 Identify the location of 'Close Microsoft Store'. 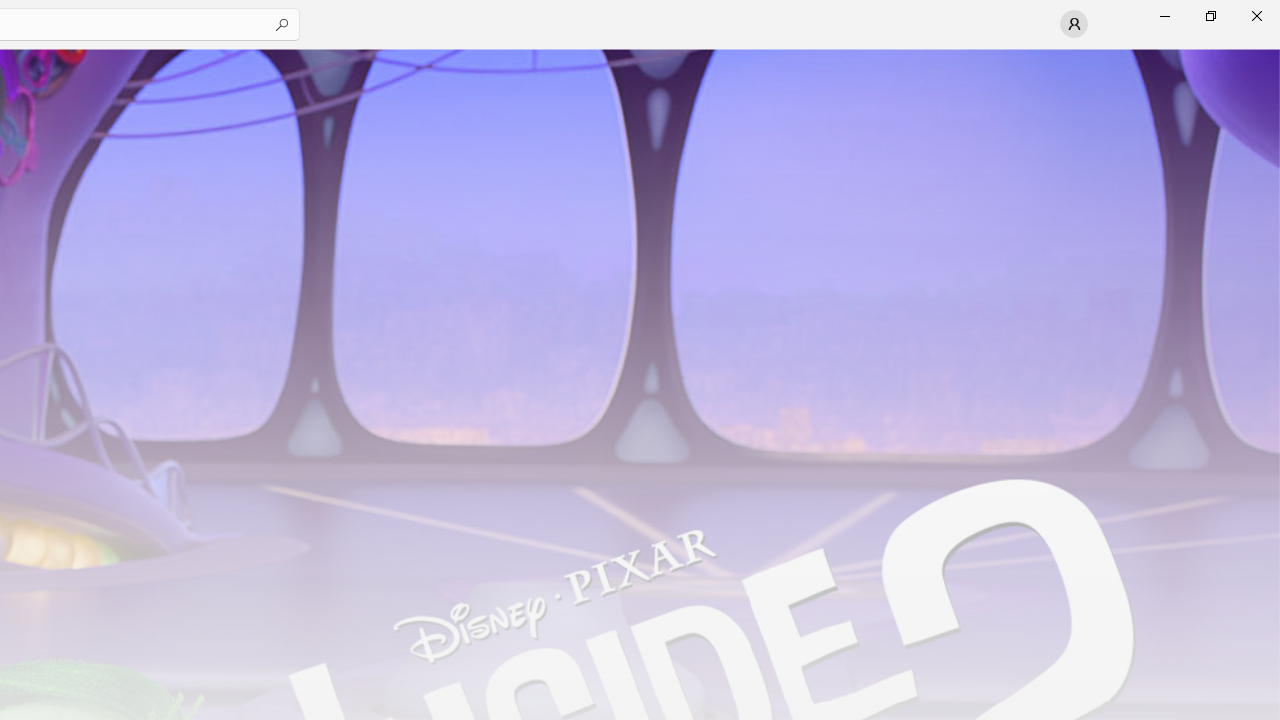
(1255, 15).